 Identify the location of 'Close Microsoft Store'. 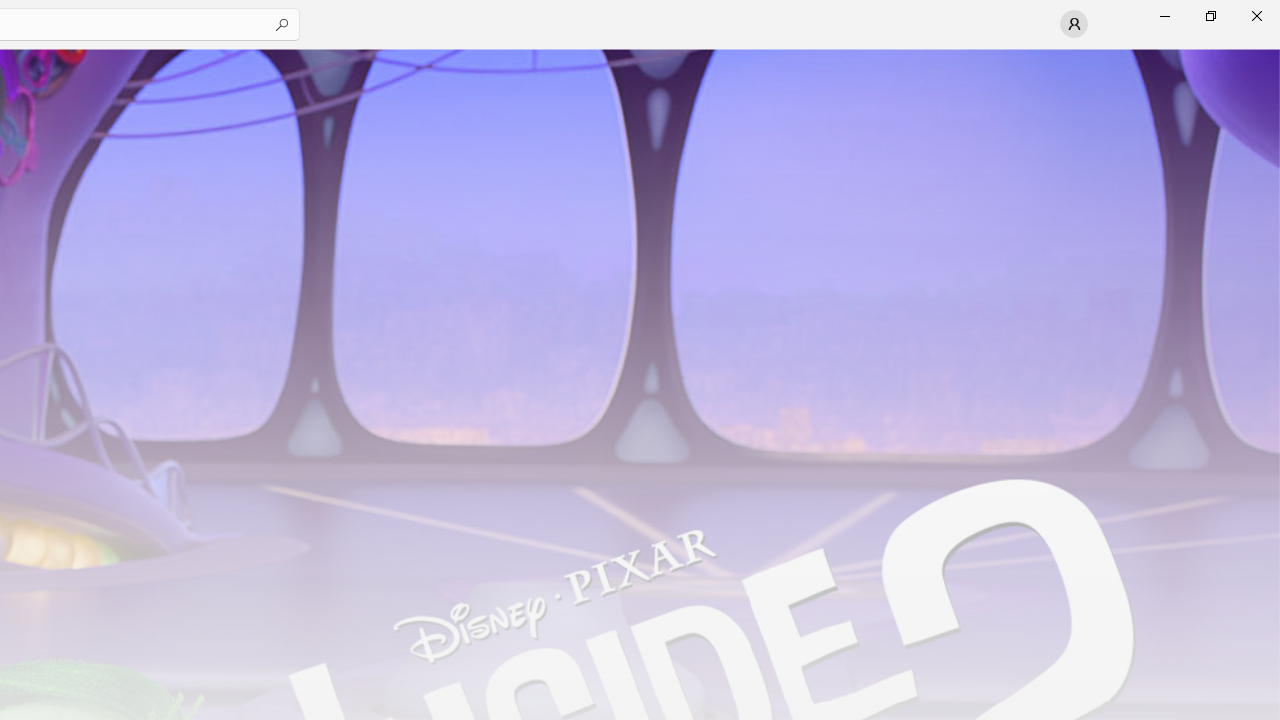
(1255, 15).